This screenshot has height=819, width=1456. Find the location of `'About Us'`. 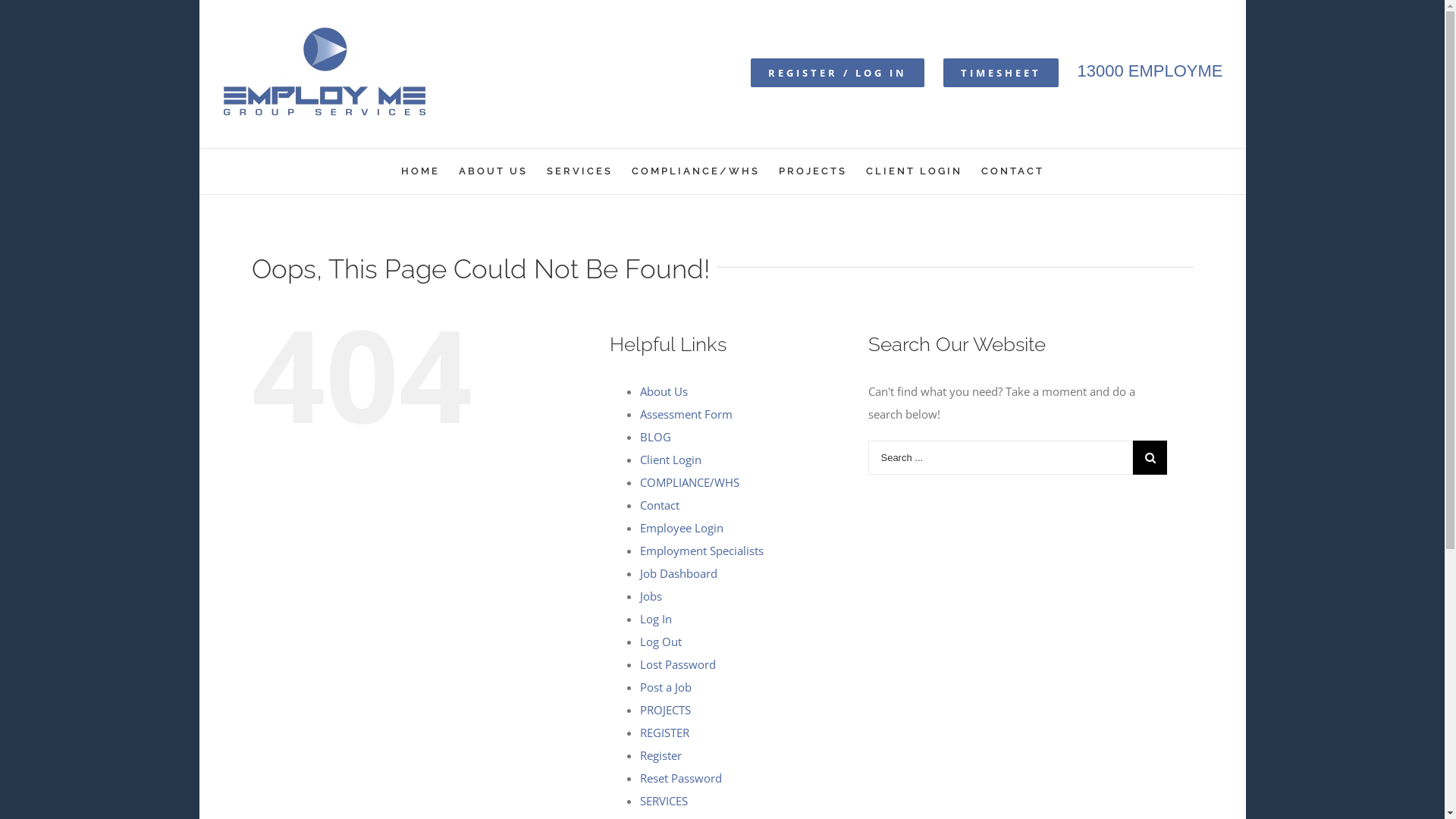

'About Us' is located at coordinates (664, 391).